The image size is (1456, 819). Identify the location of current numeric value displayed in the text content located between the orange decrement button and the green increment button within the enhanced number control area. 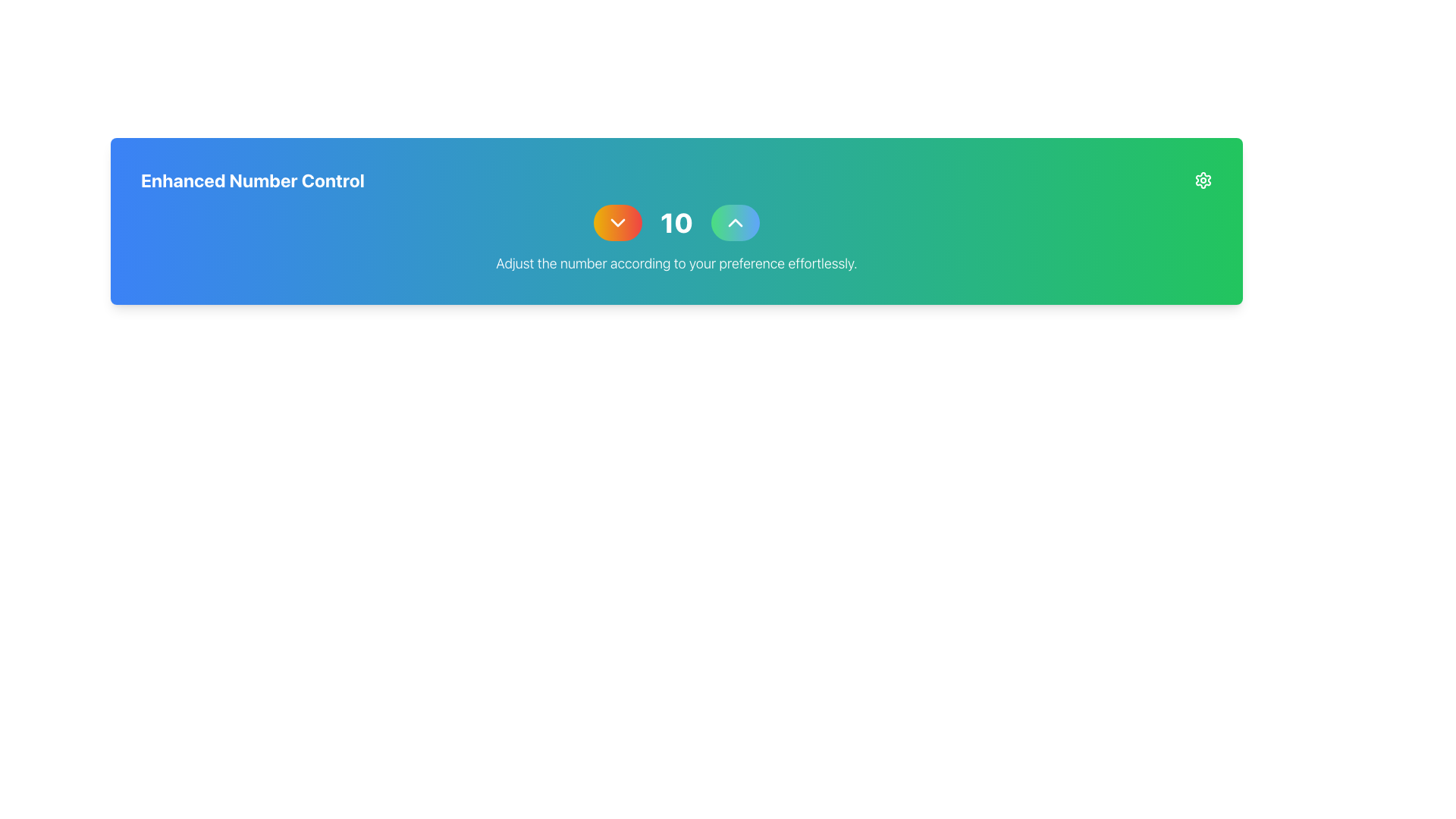
(676, 222).